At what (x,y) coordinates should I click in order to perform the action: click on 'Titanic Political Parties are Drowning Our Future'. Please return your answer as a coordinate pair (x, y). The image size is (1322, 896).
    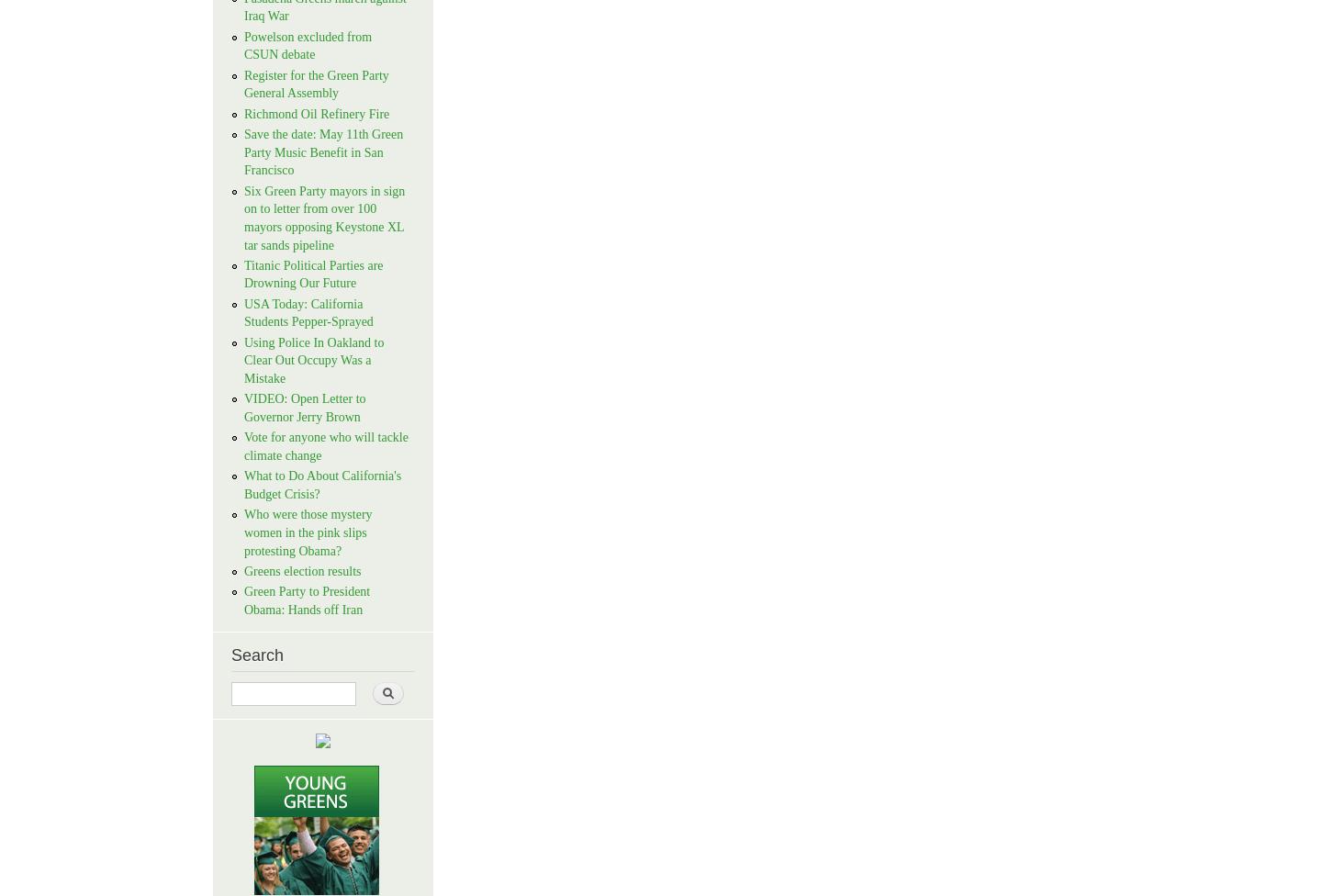
    Looking at the image, I should click on (242, 274).